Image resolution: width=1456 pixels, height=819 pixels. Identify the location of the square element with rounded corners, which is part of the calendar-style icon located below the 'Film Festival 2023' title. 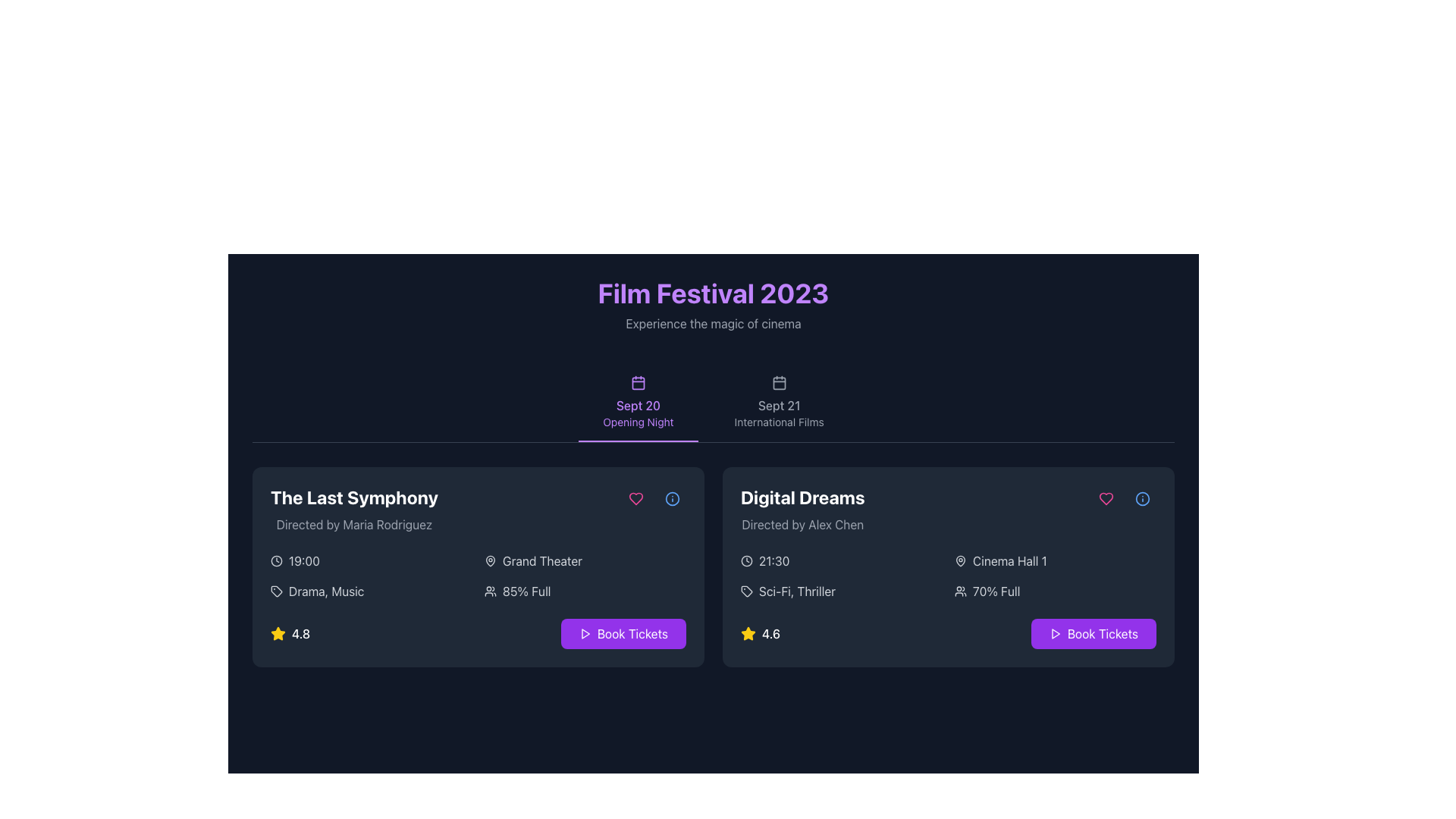
(638, 382).